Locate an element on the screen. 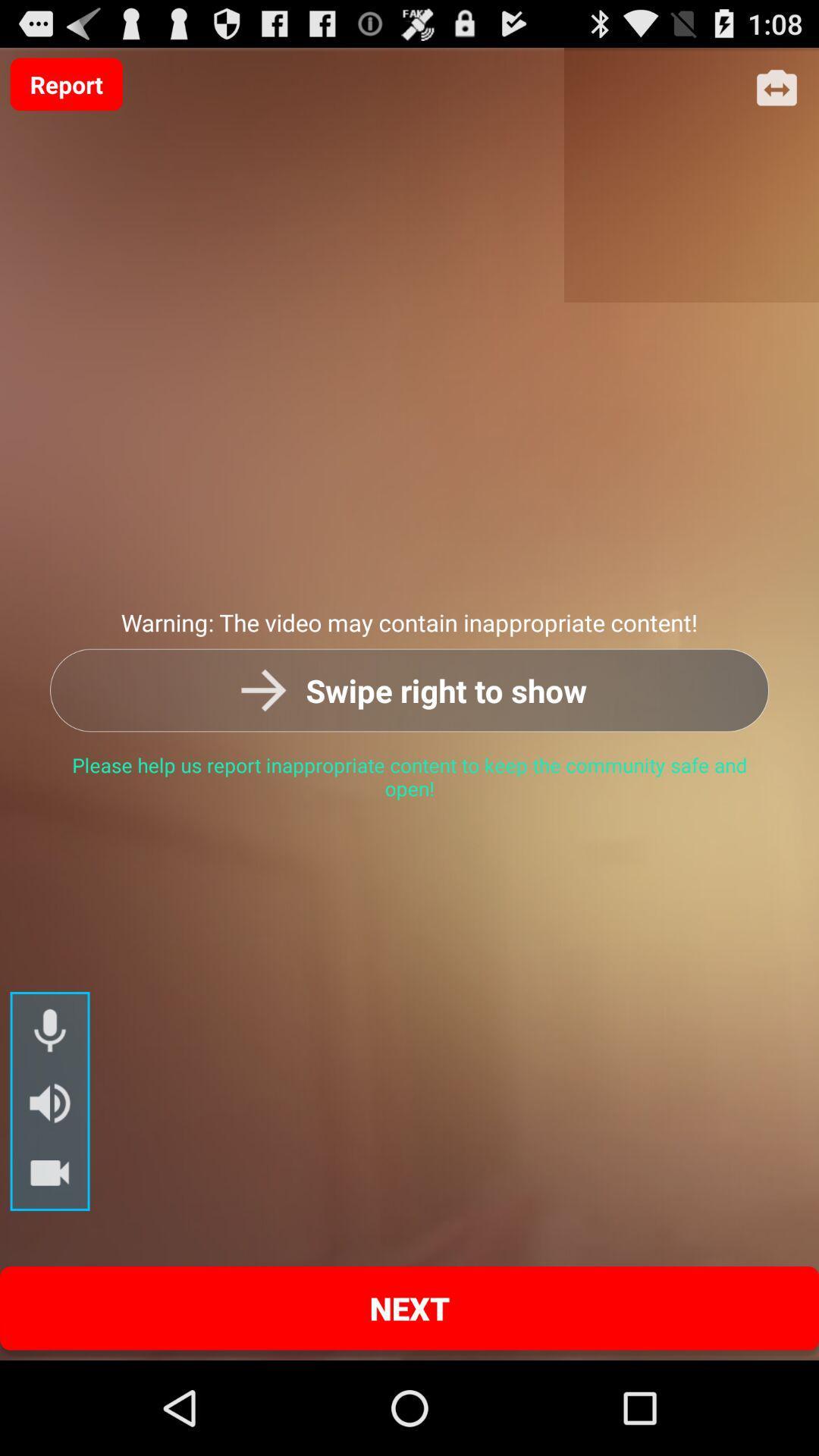  the swap icon is located at coordinates (777, 95).